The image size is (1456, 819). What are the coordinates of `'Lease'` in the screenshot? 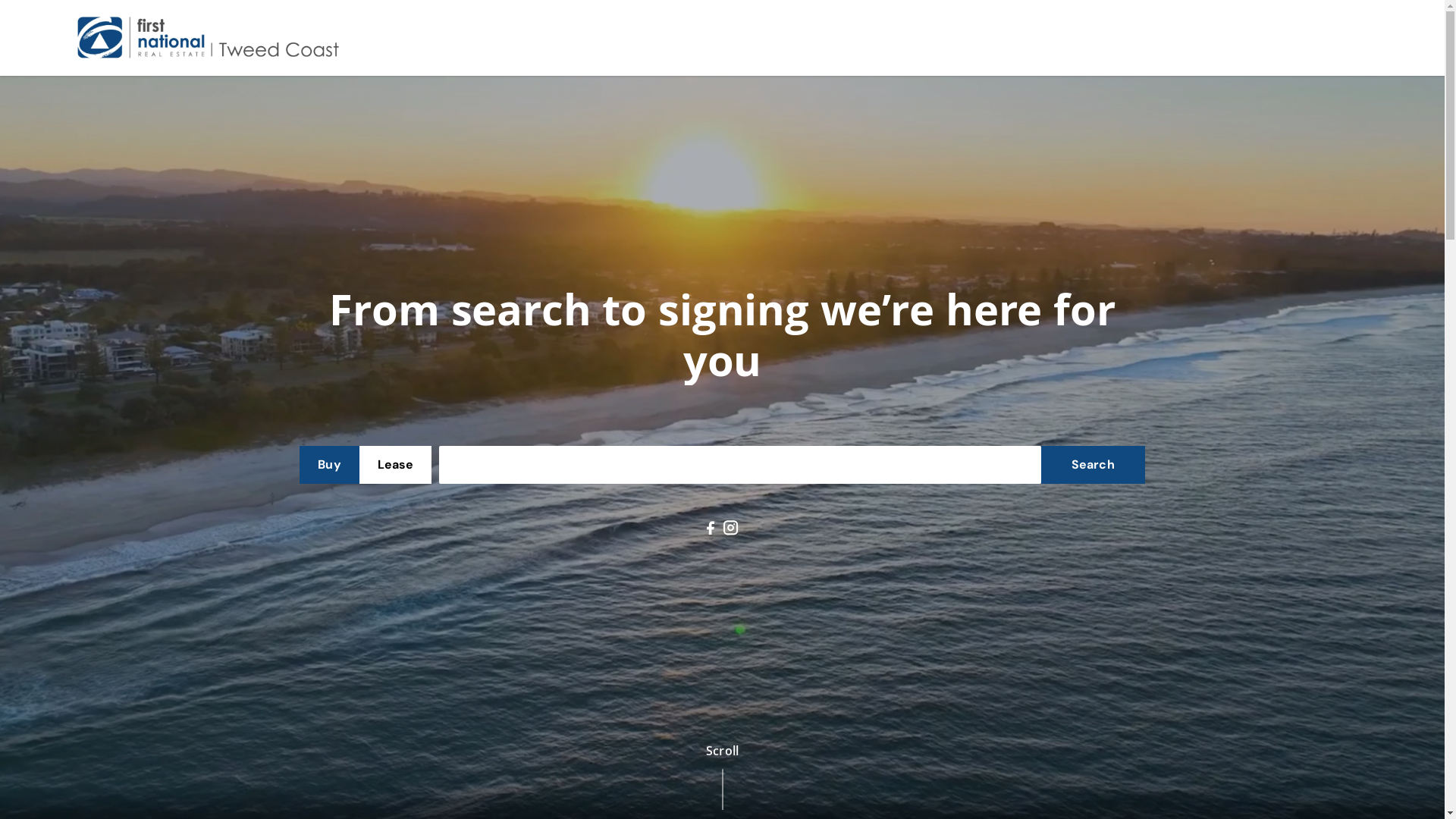 It's located at (395, 464).